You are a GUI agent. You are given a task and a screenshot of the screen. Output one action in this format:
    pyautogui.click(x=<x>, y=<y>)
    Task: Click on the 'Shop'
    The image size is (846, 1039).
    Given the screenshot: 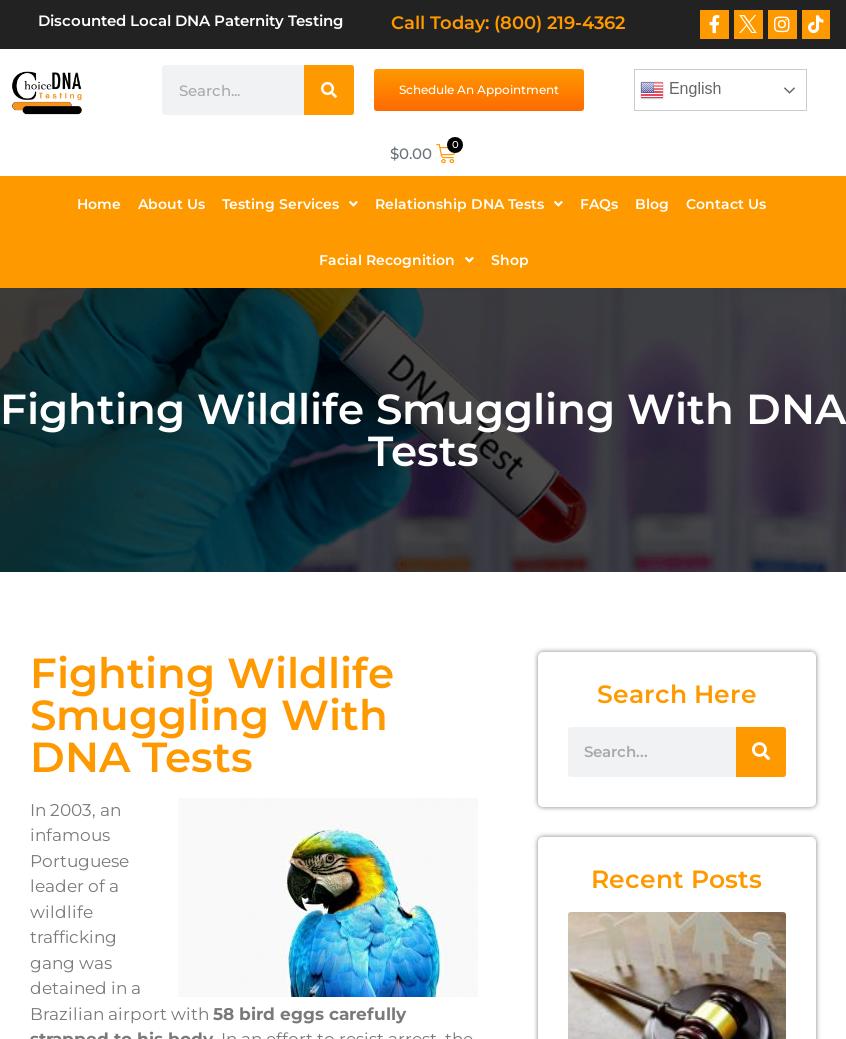 What is the action you would take?
    pyautogui.click(x=490, y=259)
    